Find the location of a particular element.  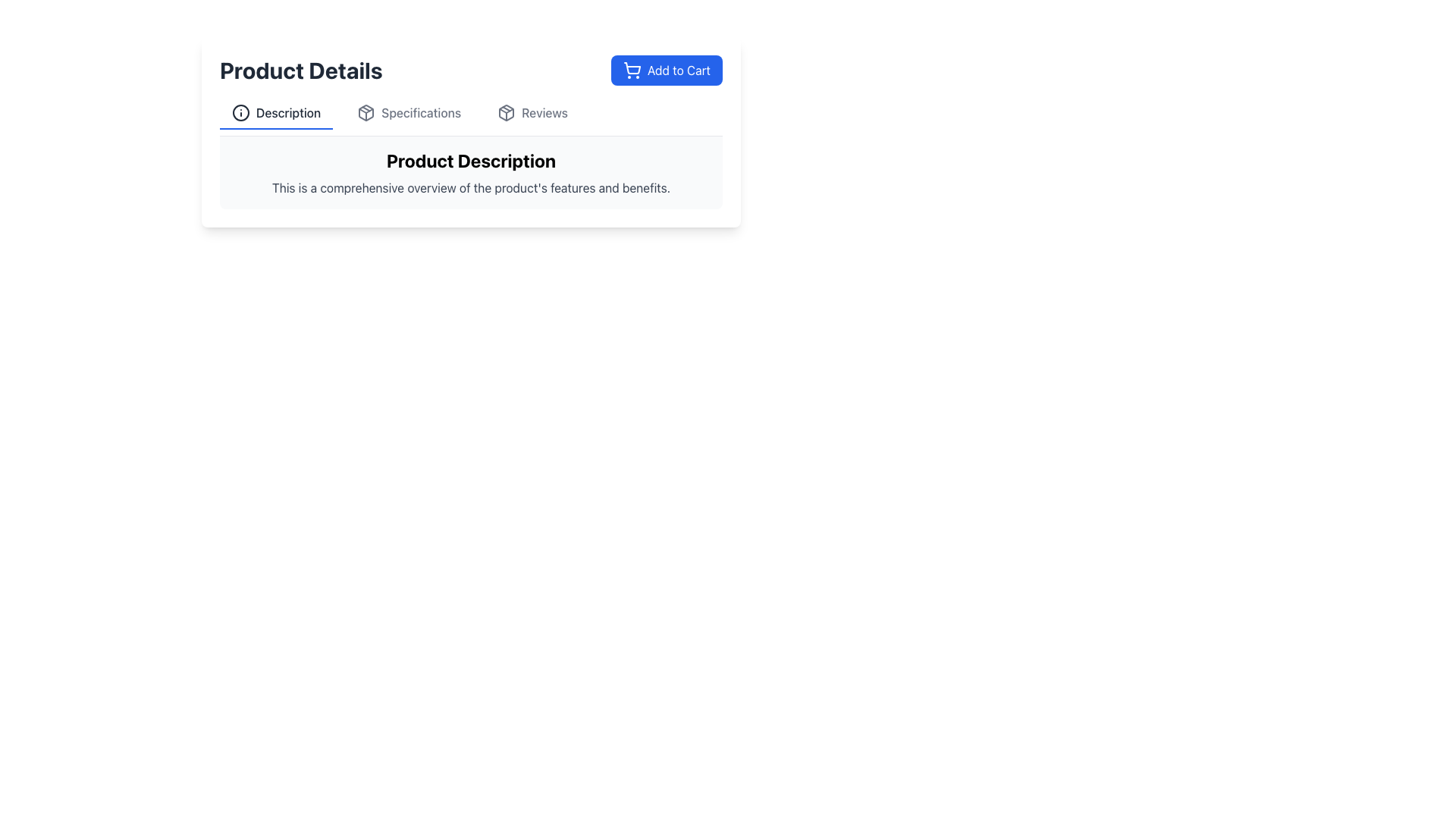

the 'Specifications' tab, which is the second tab in a horizontal row of tabs labeled 'Description', 'Specifications', and 'Reviews', featuring an icon resembling a package is located at coordinates (409, 113).